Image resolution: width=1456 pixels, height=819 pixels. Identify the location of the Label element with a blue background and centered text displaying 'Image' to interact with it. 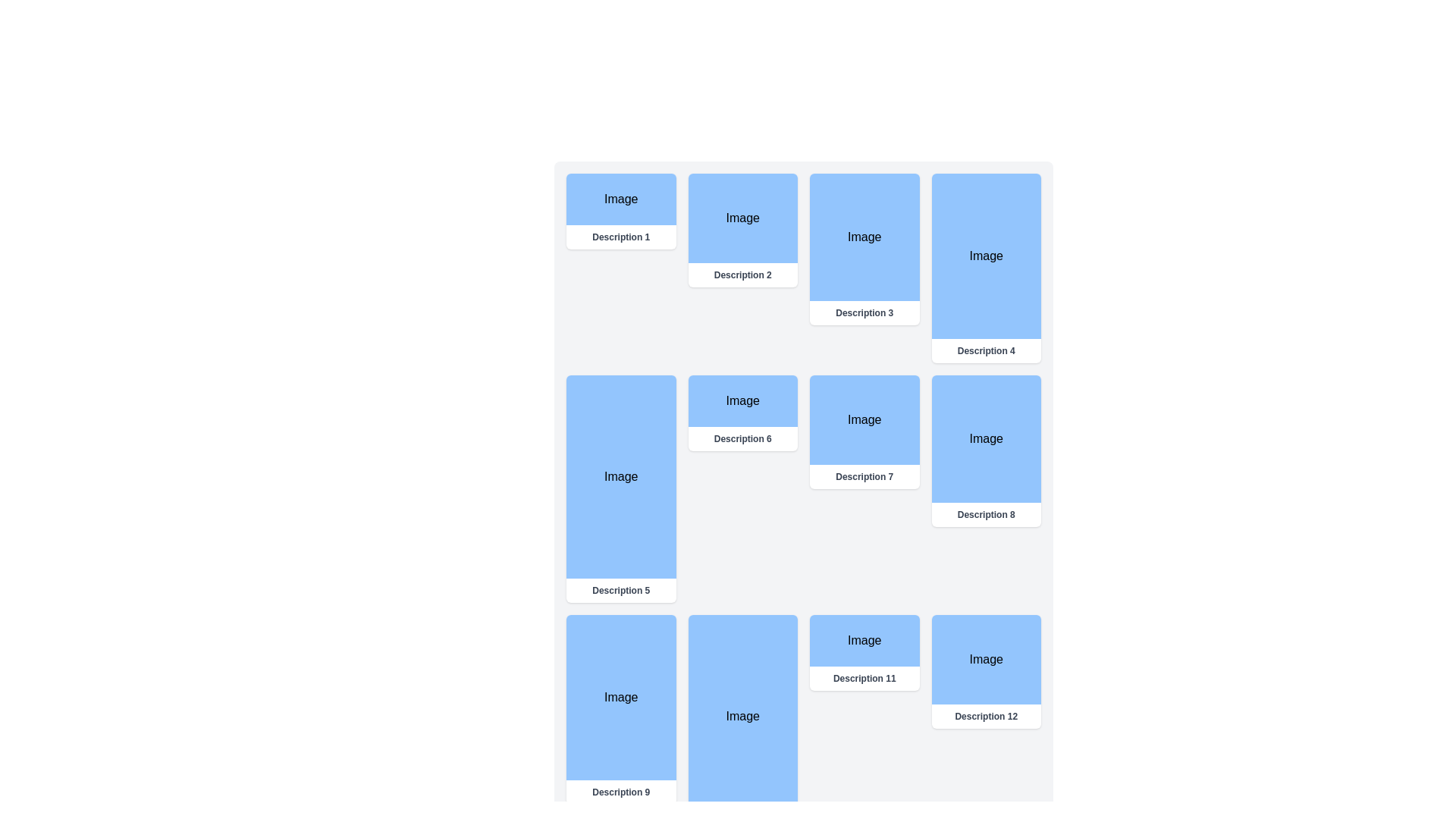
(621, 198).